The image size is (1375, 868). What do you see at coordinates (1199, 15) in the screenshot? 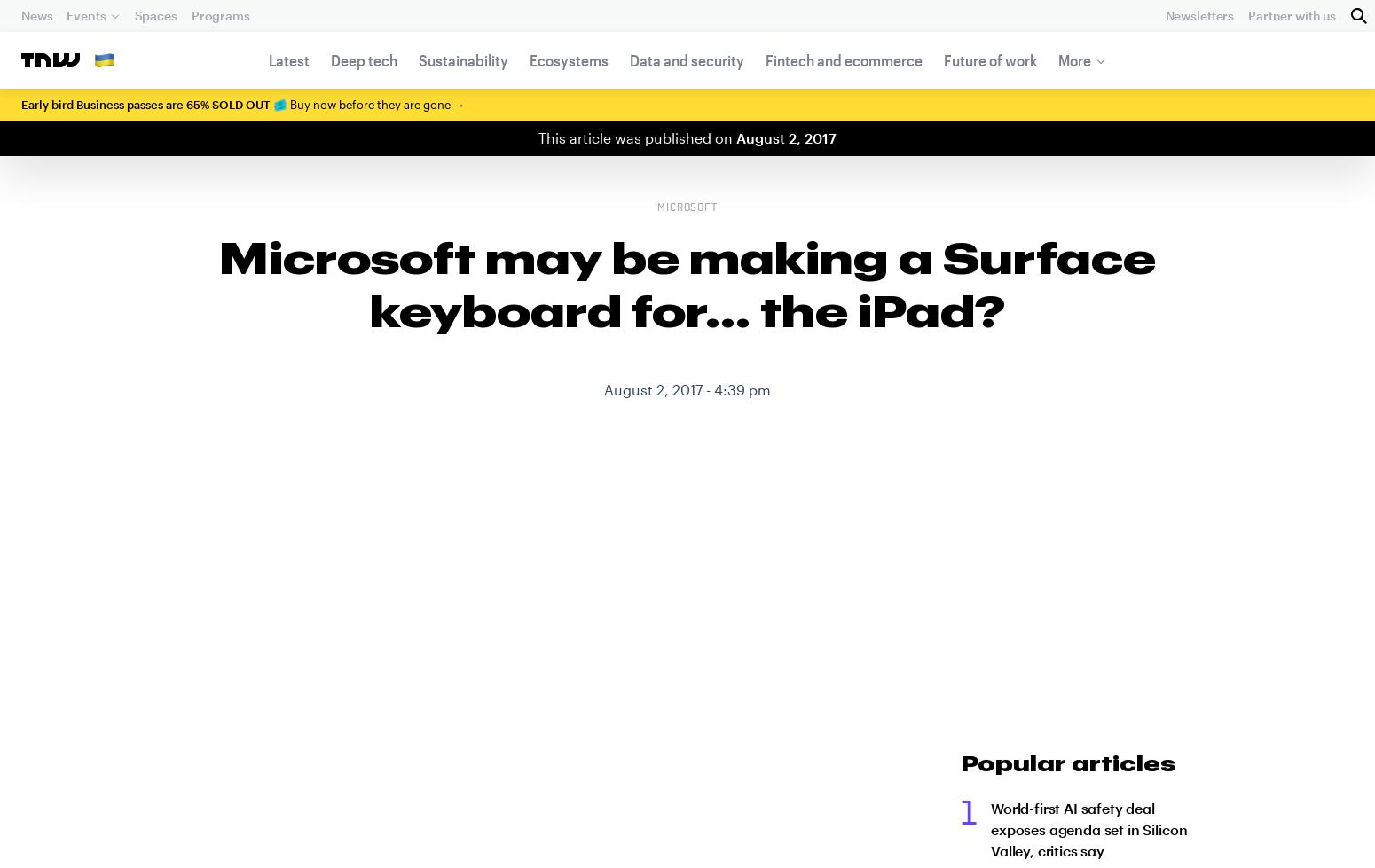
I see `'Newsletters'` at bounding box center [1199, 15].